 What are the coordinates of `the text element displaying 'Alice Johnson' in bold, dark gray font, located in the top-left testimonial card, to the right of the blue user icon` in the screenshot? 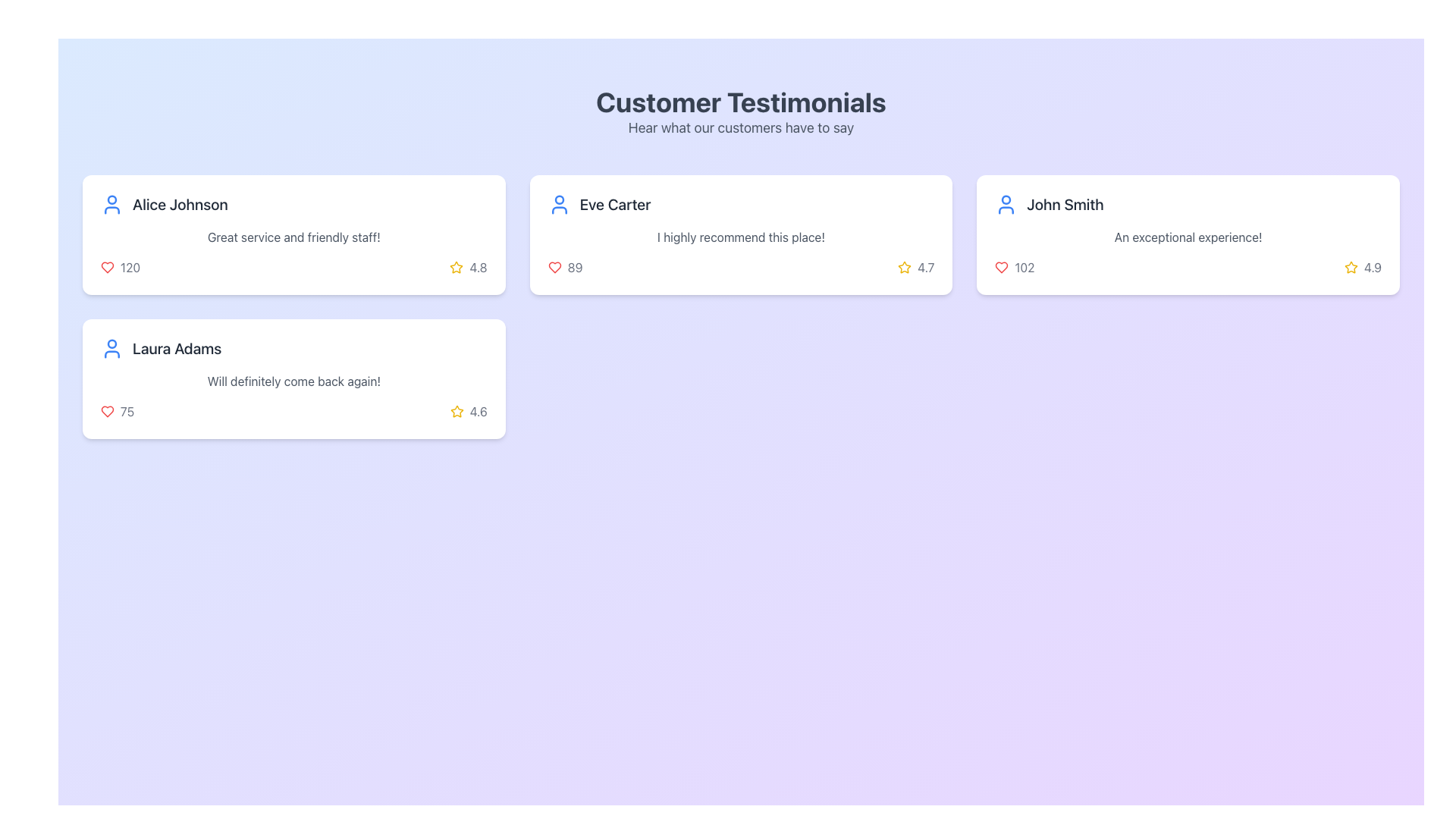 It's located at (180, 205).